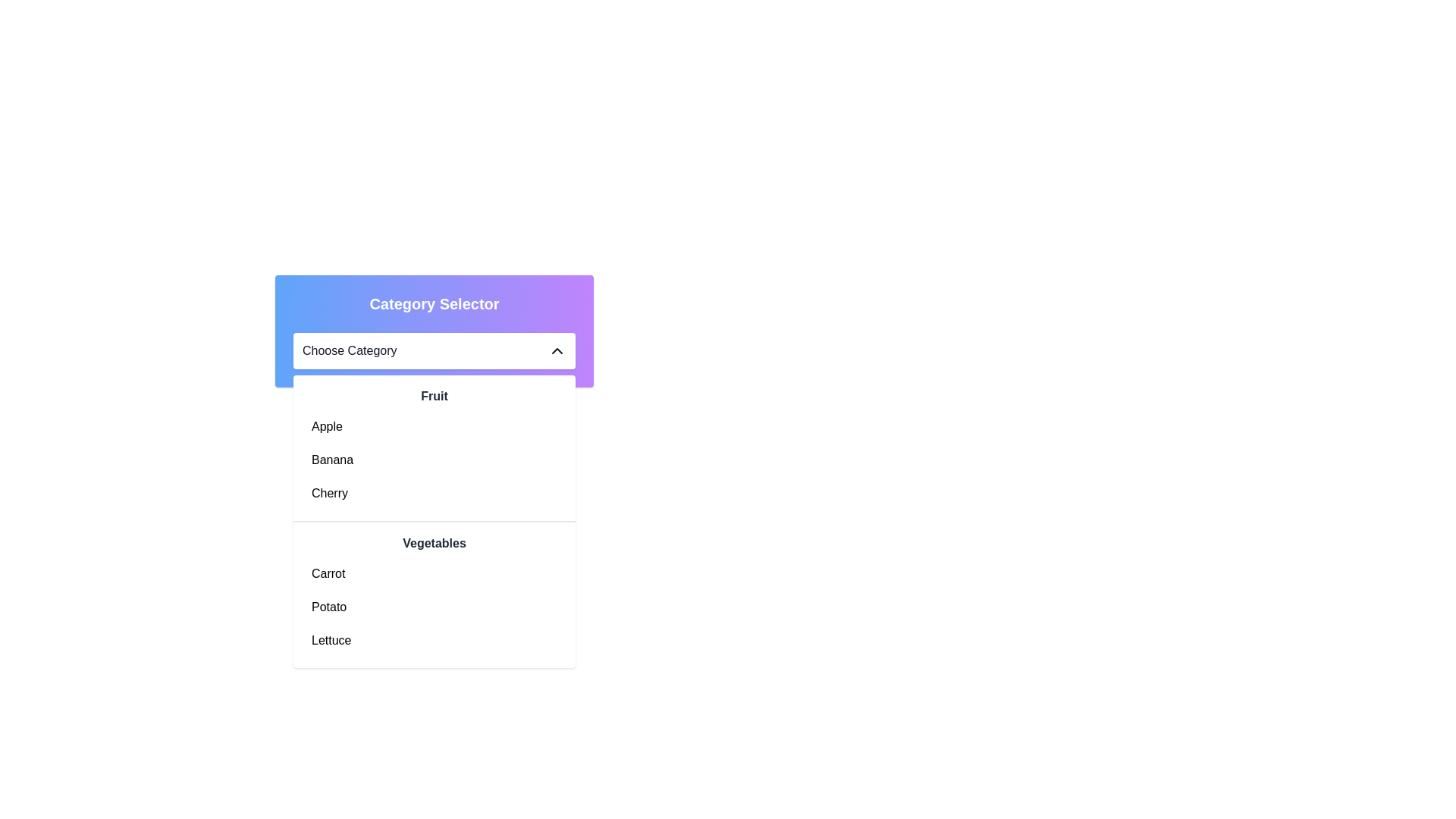  What do you see at coordinates (329, 494) in the screenshot?
I see `the third selectable item in the 'Fruit' section of the dropdown menu to focus on it` at bounding box center [329, 494].